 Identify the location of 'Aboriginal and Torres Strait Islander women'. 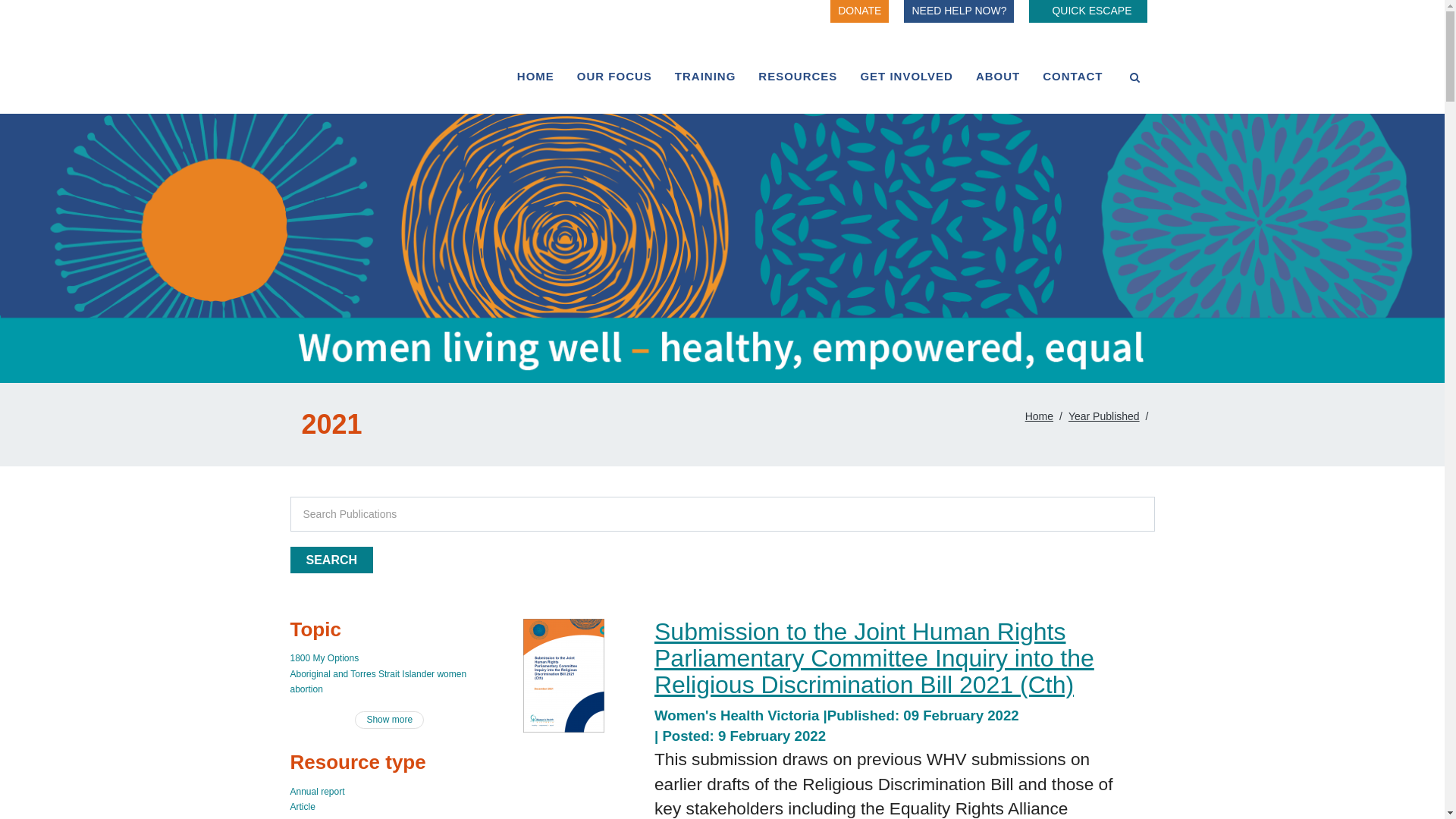
(378, 673).